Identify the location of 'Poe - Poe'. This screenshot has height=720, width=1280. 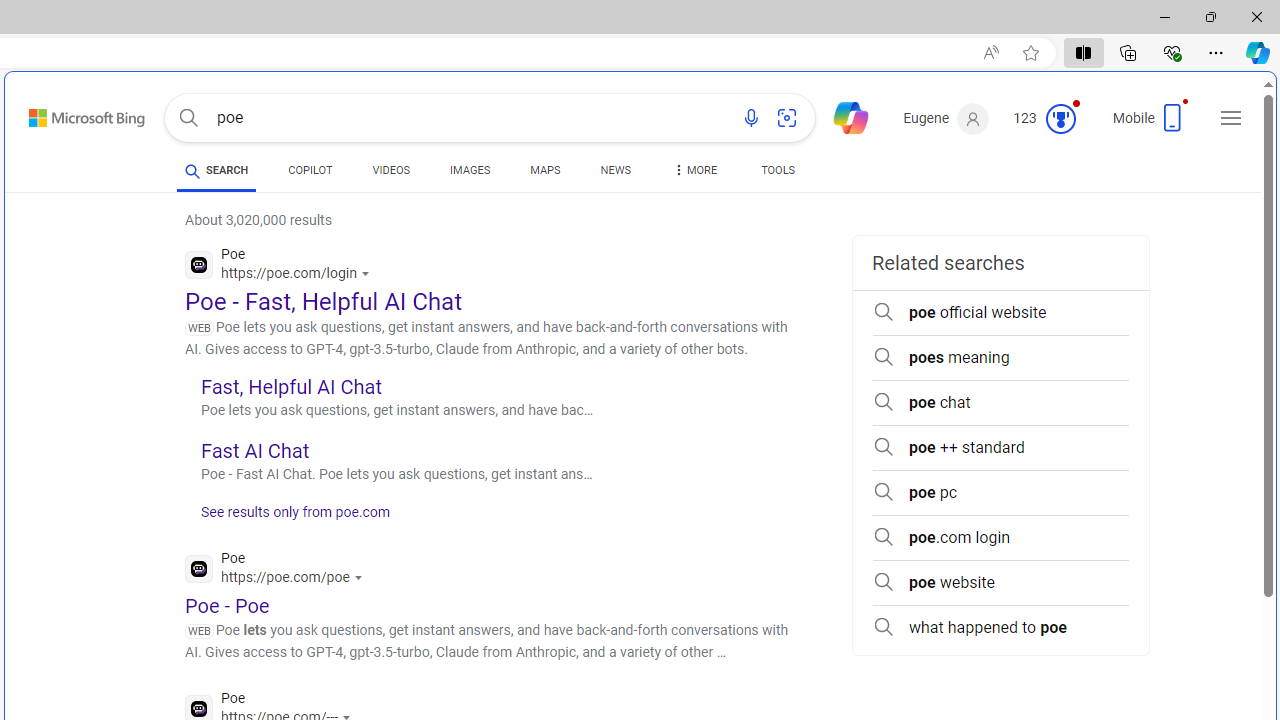
(227, 604).